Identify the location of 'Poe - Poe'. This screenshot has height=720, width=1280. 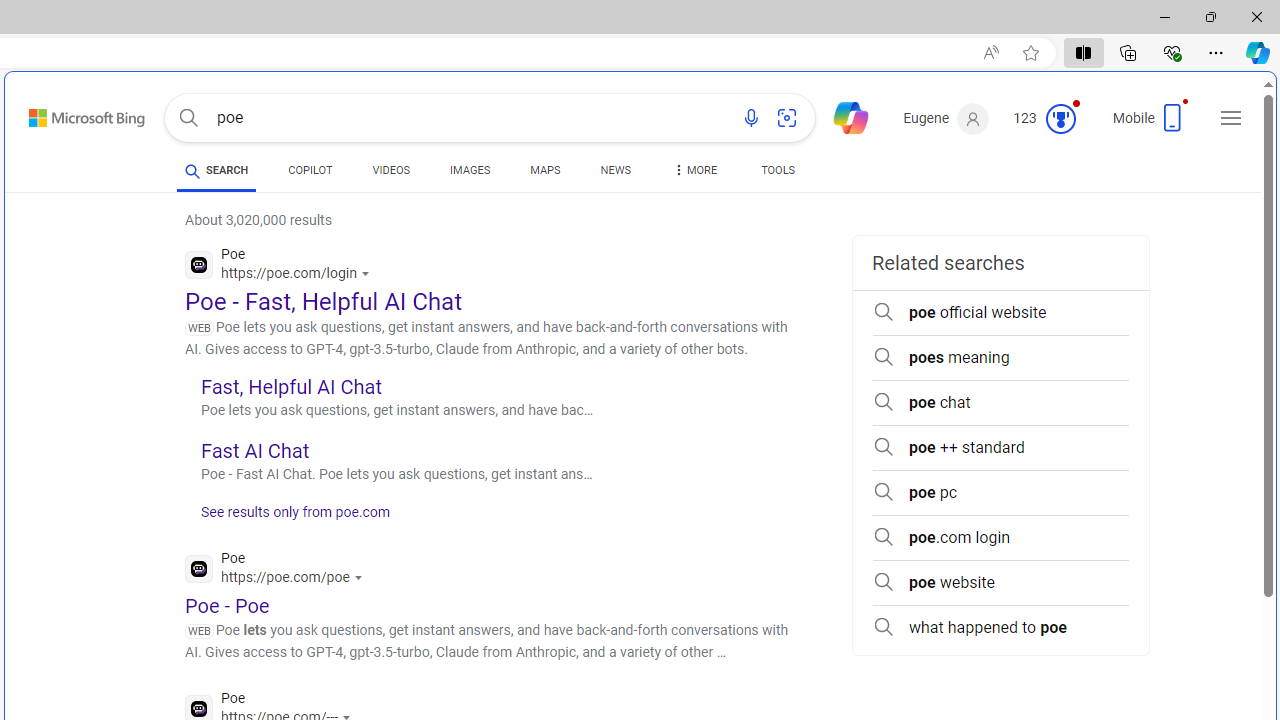
(227, 604).